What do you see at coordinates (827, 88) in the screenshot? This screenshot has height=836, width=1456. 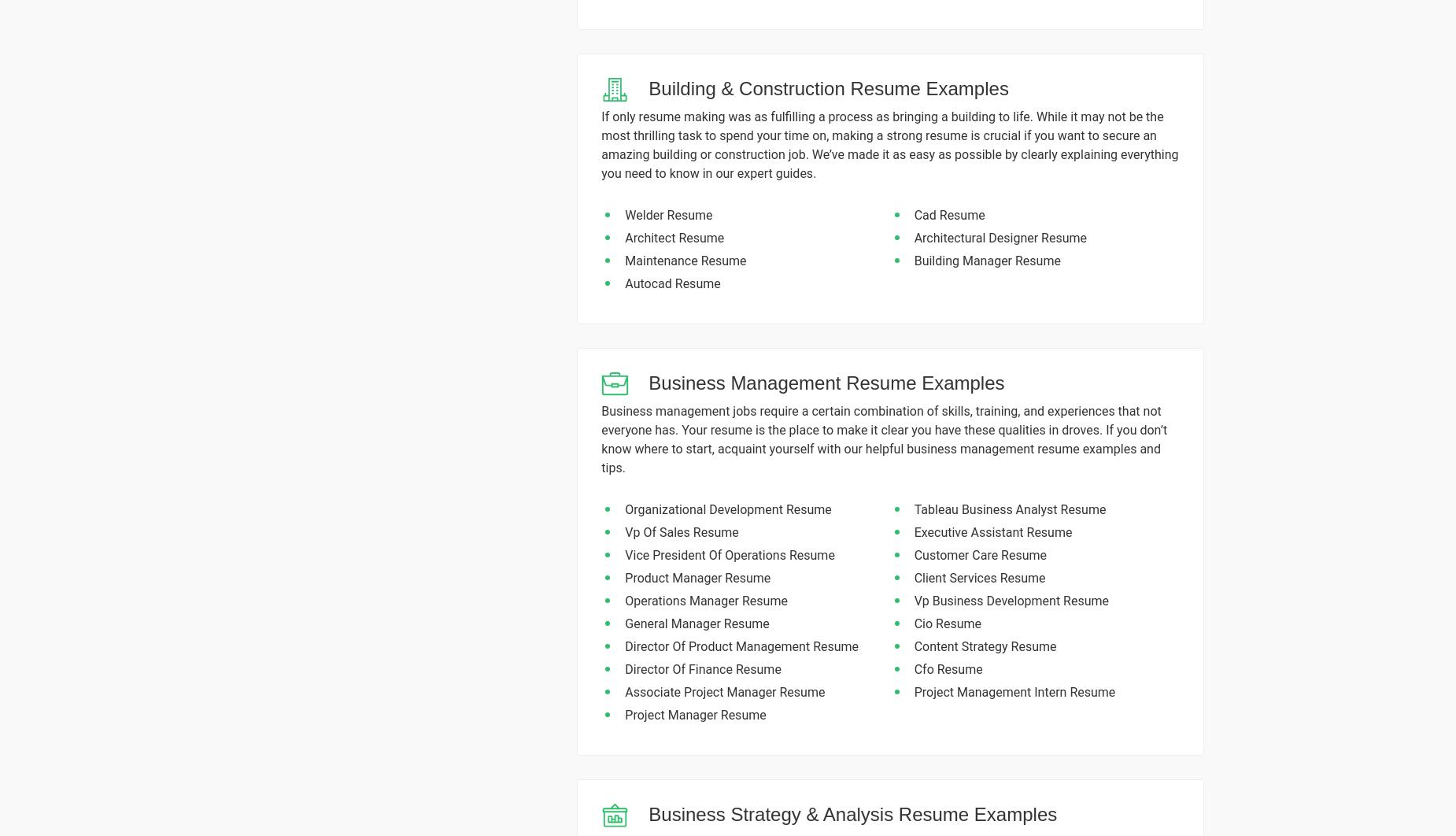 I see `'Building & Construction Resume Examples'` at bounding box center [827, 88].